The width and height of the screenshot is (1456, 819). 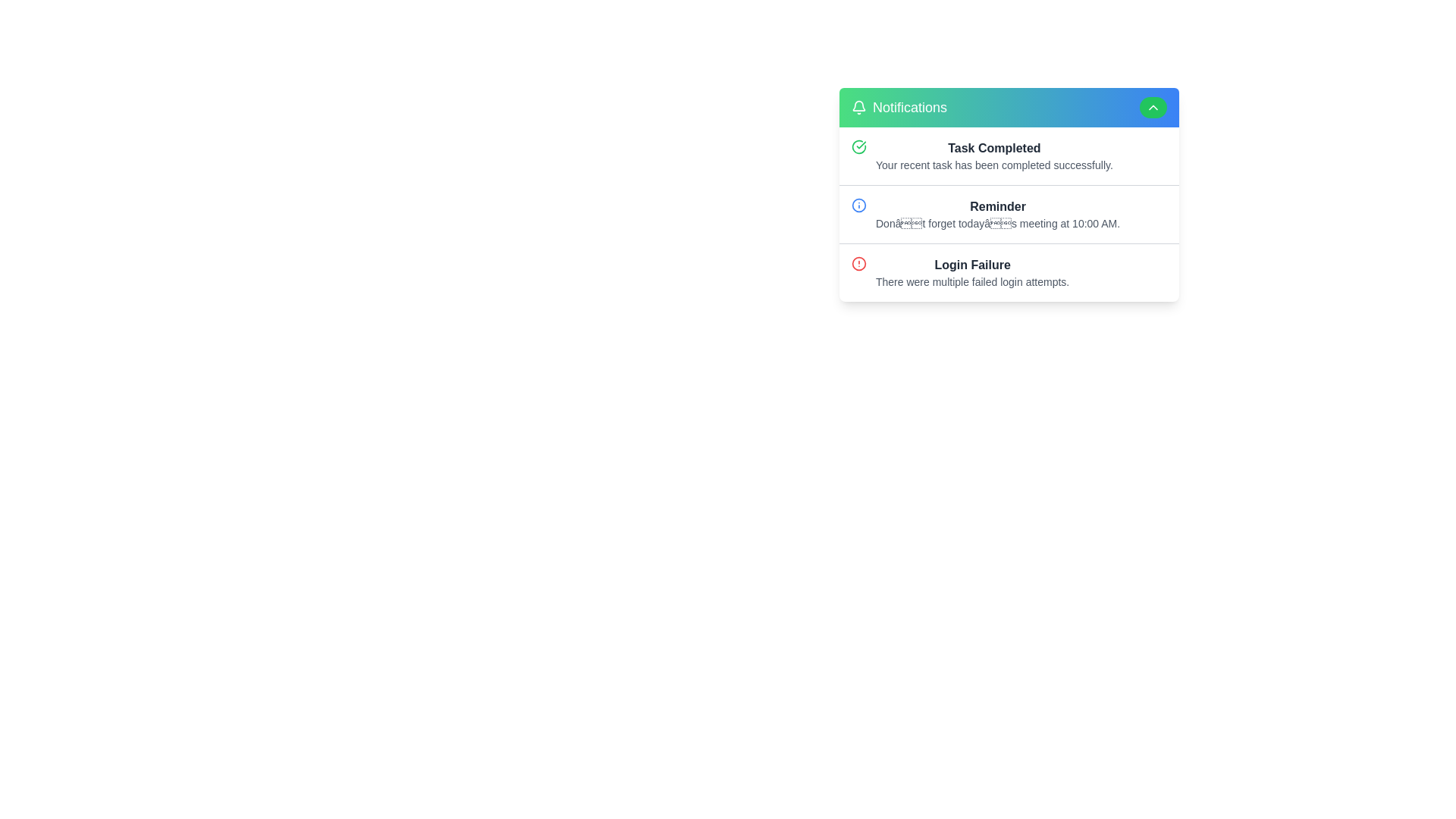 I want to click on information displayed in the third notification card, which notifies the user of failed login attempts and is located below the 'Reminder' notification in the notifications panel, so click(x=972, y=271).